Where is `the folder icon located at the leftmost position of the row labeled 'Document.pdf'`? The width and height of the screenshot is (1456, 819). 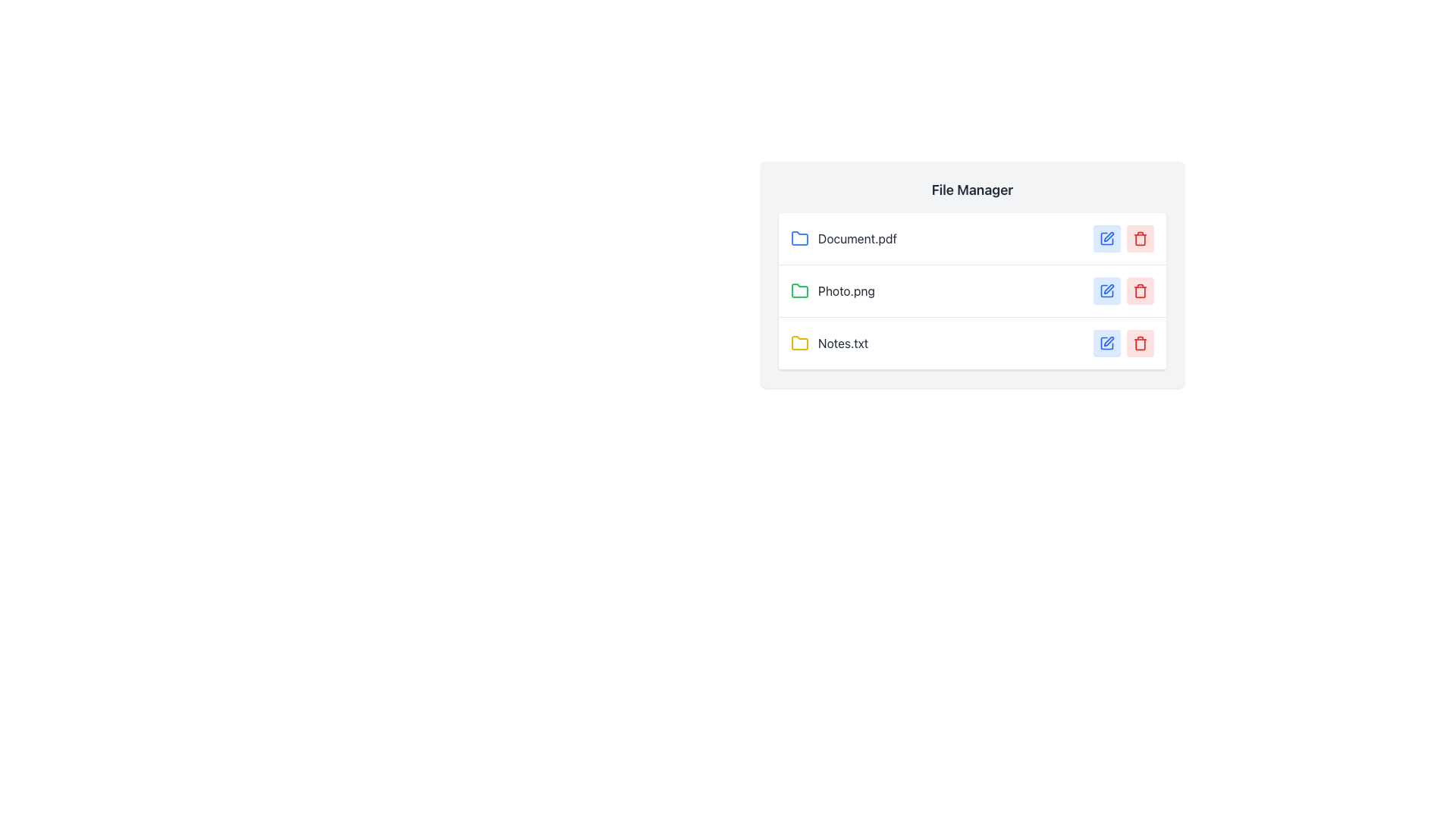 the folder icon located at the leftmost position of the row labeled 'Document.pdf' is located at coordinates (799, 239).